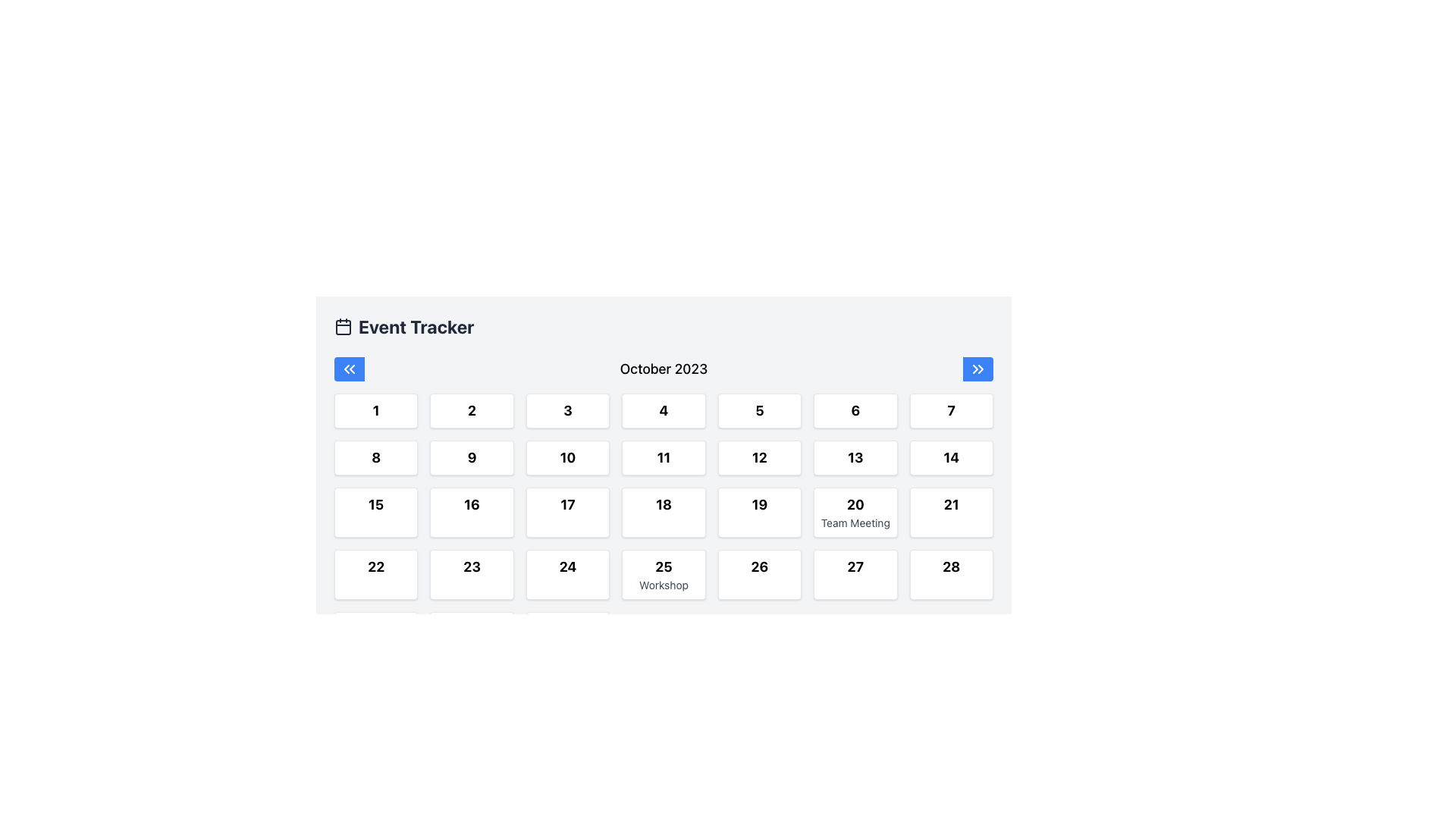  I want to click on the text displaying the number '28' in bold, located in the bottom-right corner of the calendar grid, so click(950, 567).